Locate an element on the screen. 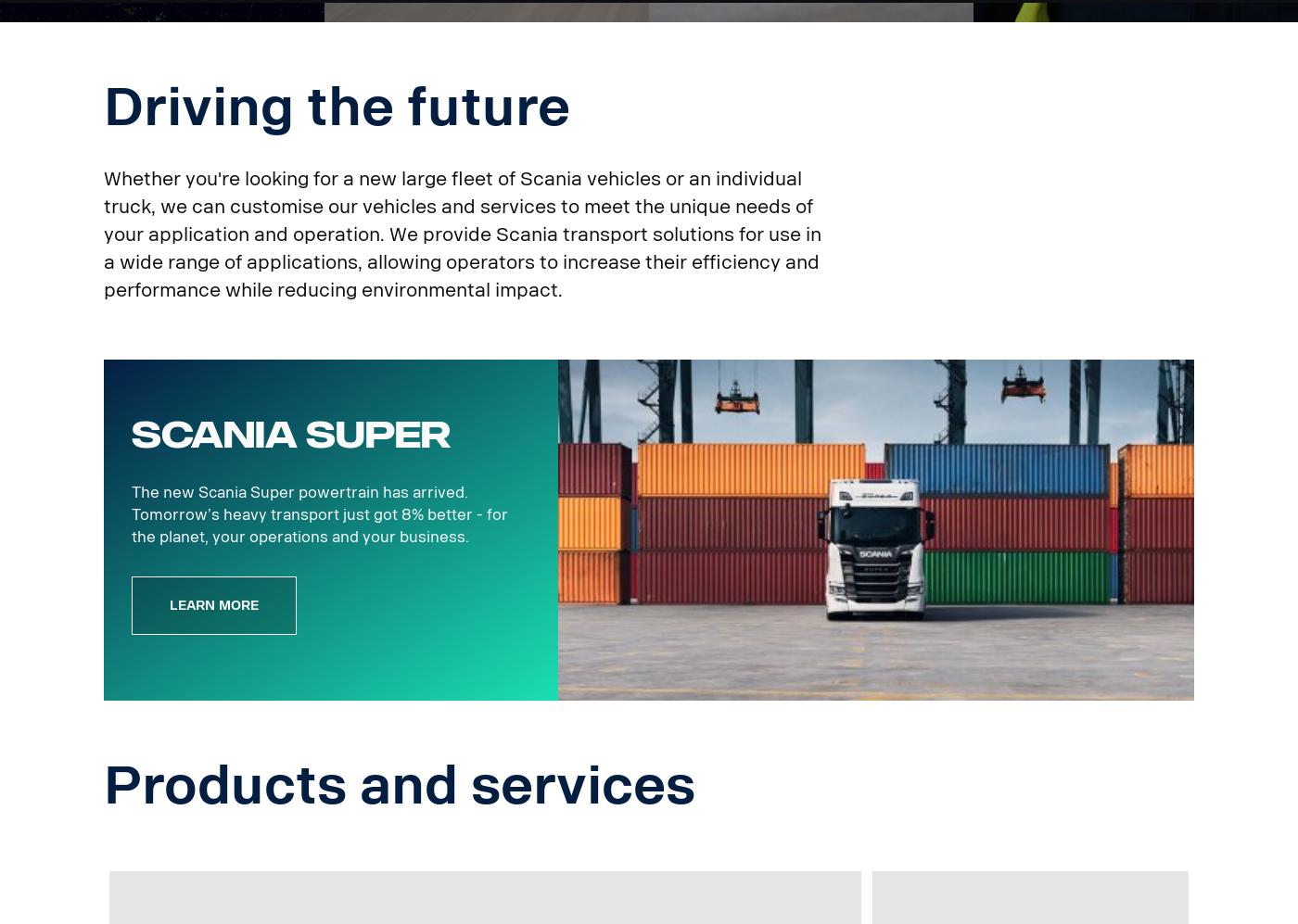 This screenshot has width=1298, height=924. 'The new Scania Super powertrain has arrived. Tomorrow’s heavy transport just got 8% better - for the planet, your operations and your business.' is located at coordinates (131, 514).